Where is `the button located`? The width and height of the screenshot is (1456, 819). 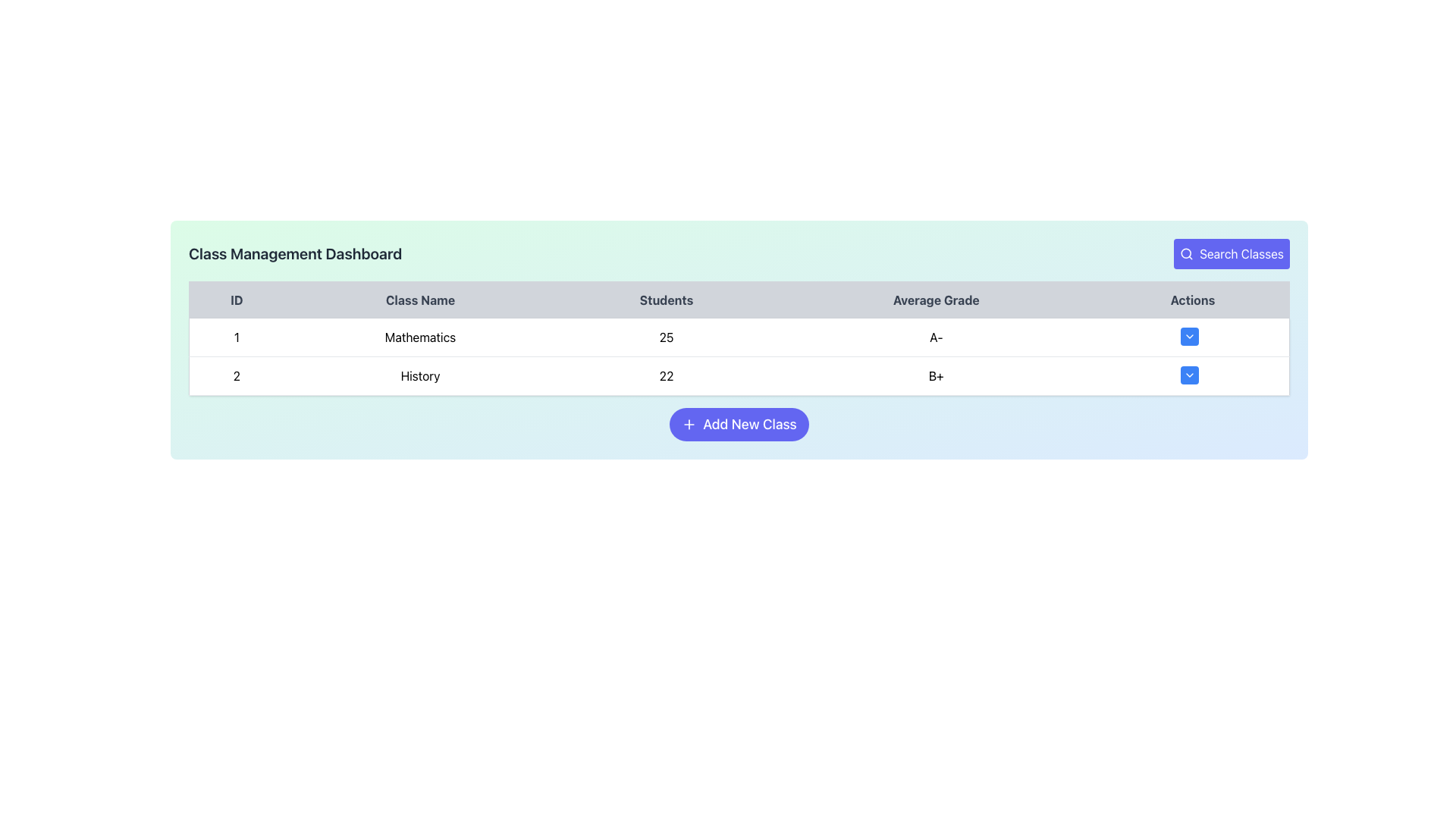
the button located is located at coordinates (1232, 253).